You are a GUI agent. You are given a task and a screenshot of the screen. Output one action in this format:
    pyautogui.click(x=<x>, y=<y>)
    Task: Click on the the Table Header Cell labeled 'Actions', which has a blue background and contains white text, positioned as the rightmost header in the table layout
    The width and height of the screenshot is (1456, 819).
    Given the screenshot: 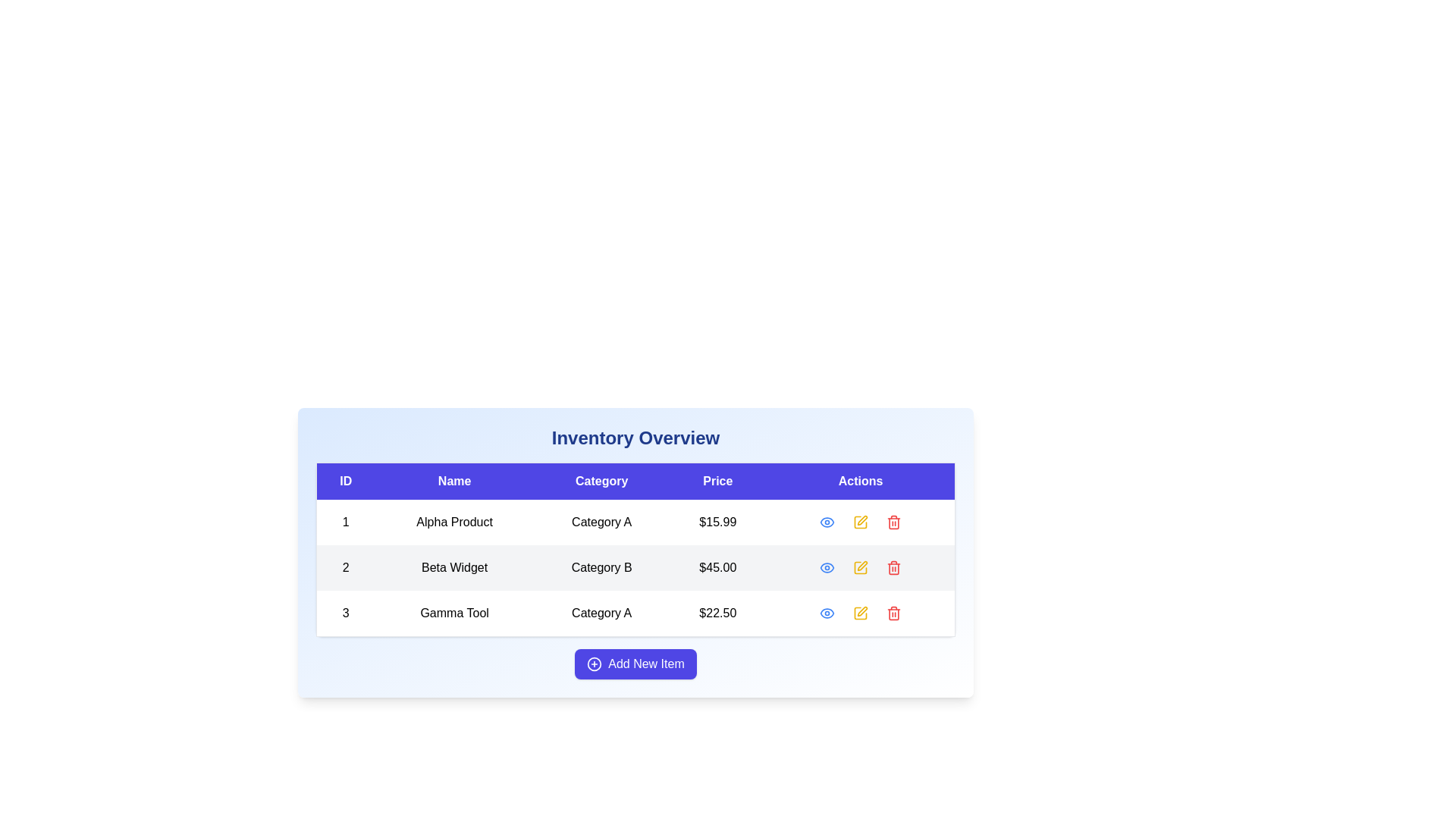 What is the action you would take?
    pyautogui.click(x=861, y=481)
    